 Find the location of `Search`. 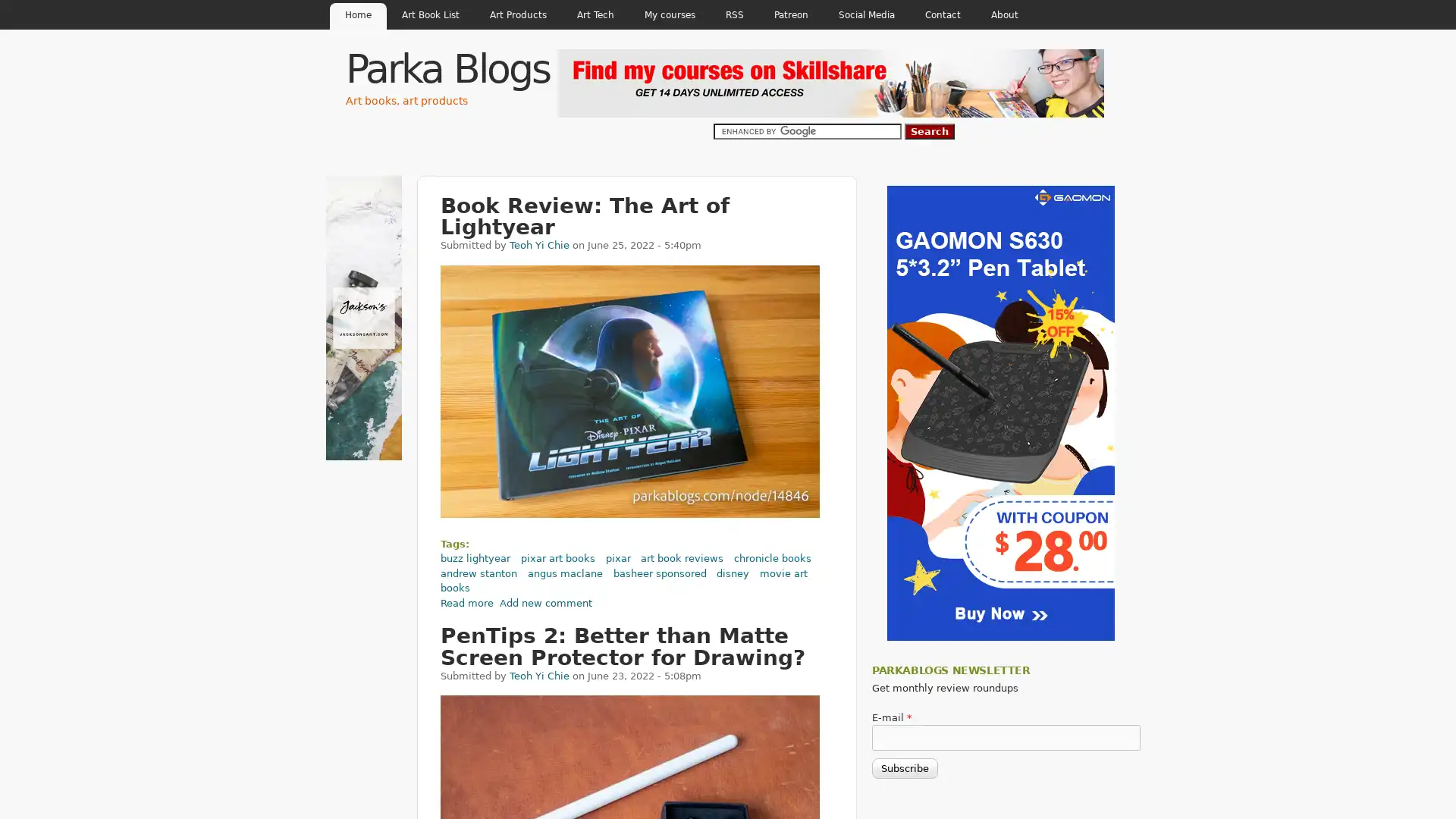

Search is located at coordinates (928, 130).